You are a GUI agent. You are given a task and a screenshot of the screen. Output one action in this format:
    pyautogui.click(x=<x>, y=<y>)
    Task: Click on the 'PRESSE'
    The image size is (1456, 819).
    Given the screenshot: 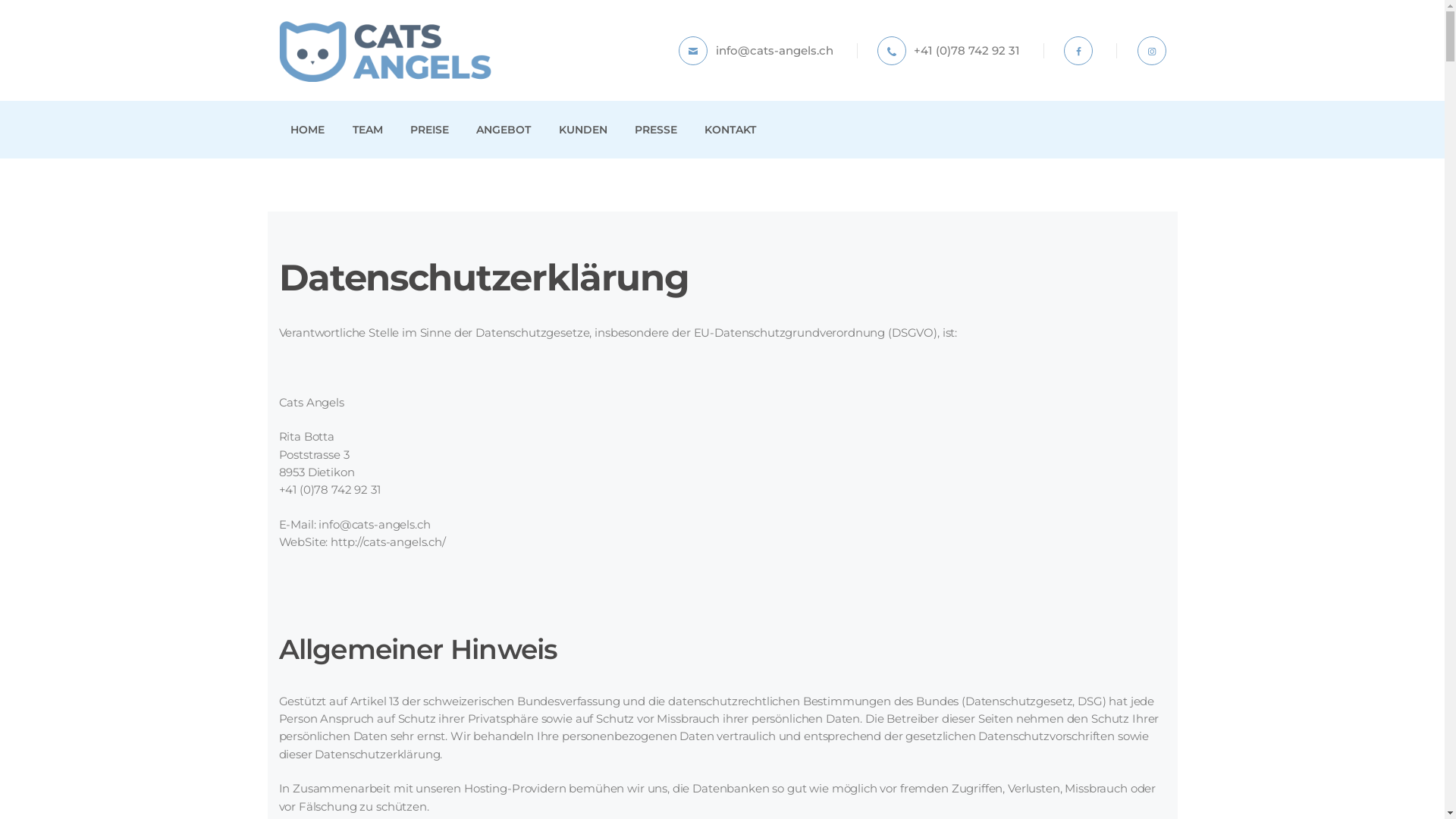 What is the action you would take?
    pyautogui.click(x=622, y=128)
    